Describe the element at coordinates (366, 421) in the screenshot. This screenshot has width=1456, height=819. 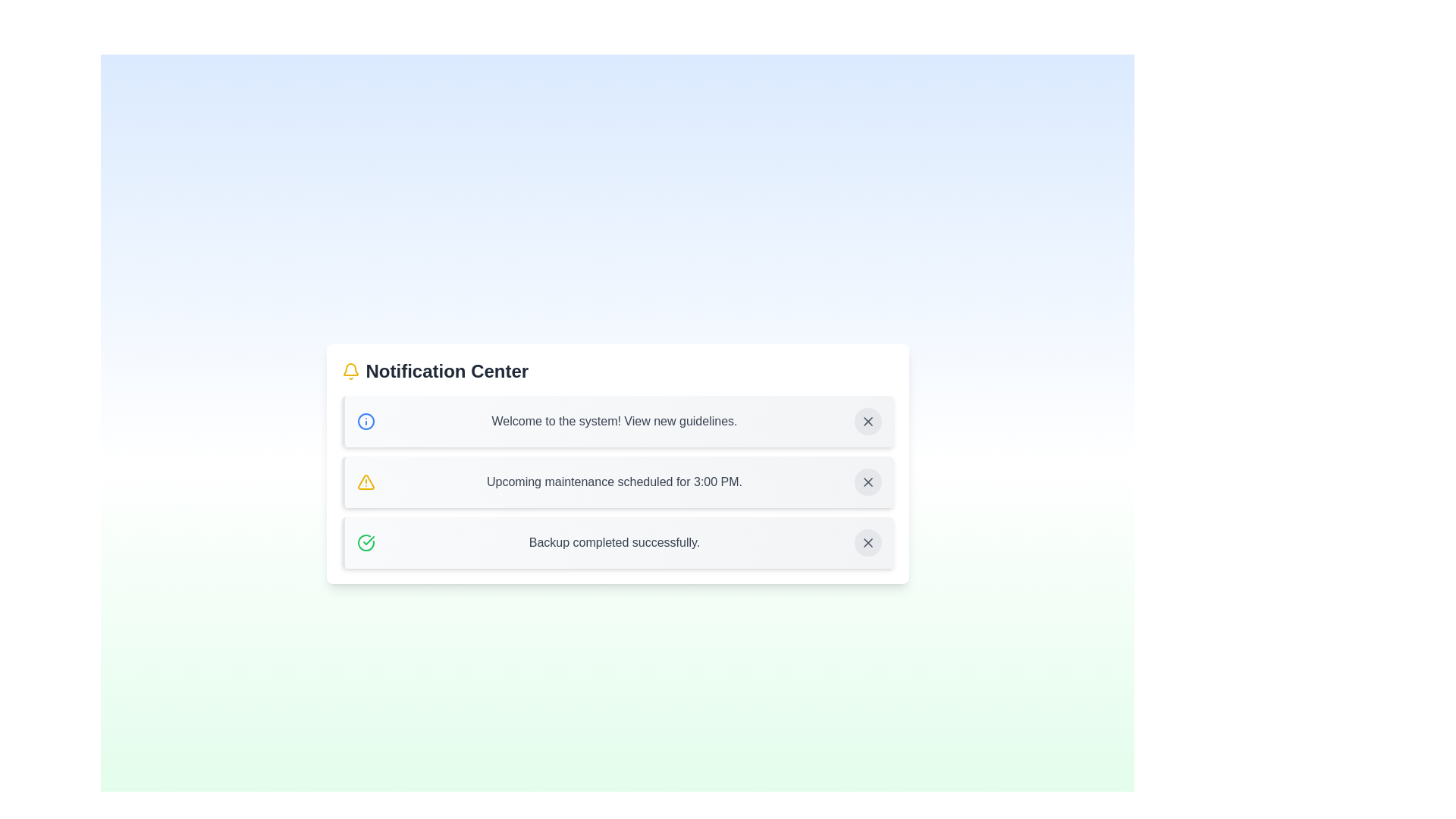
I see `the circular icon with a blue outline located on the left side of the first notification bar in the Notification Center panel, adjacent to the text 'Welcome to the system! View new guidelines.'` at that location.